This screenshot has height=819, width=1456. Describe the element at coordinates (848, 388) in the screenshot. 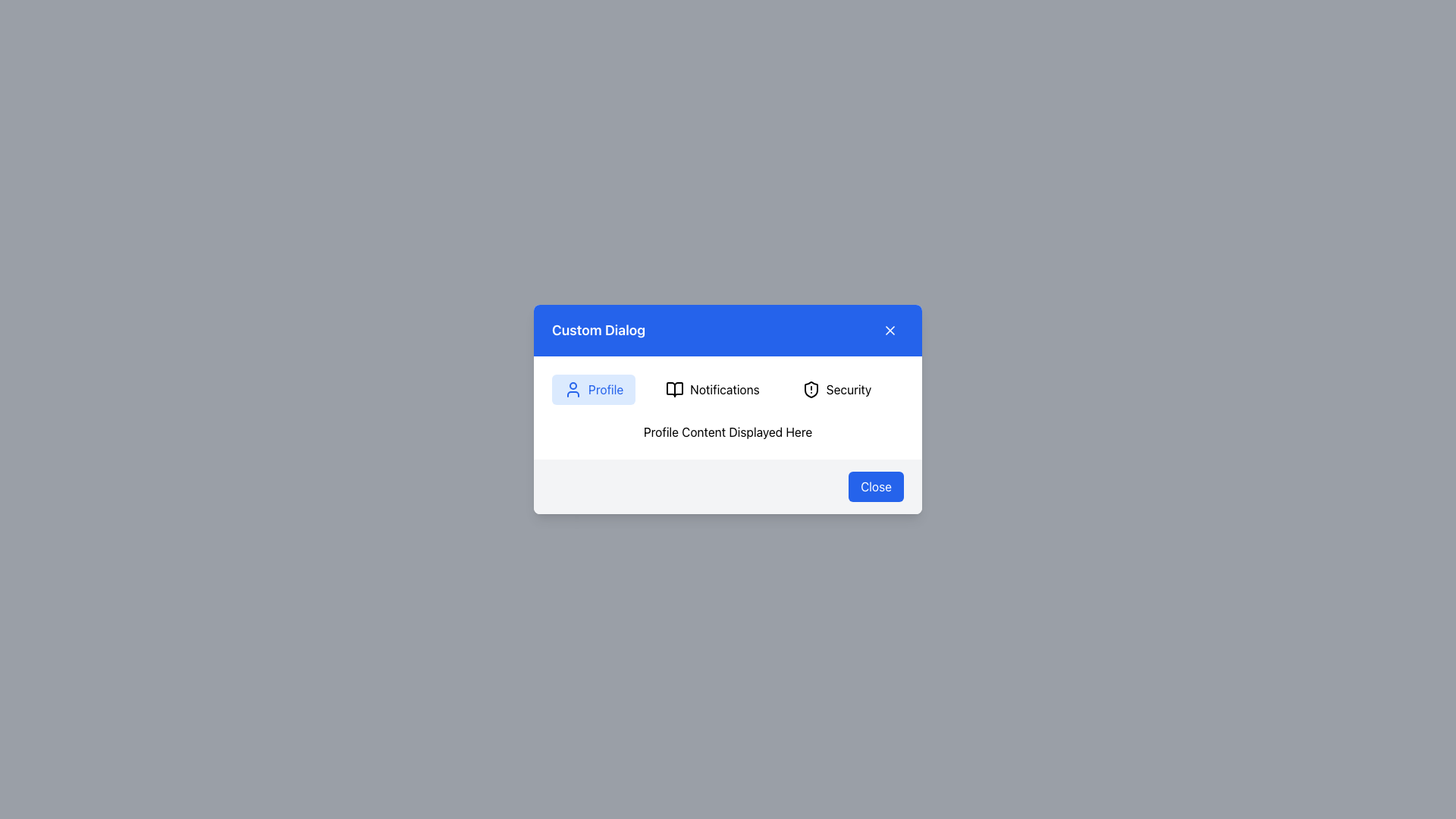

I see `the rightmost label in the dialog's top section, which displays security-related information and is located to the right of the 'Notifications' button` at that location.